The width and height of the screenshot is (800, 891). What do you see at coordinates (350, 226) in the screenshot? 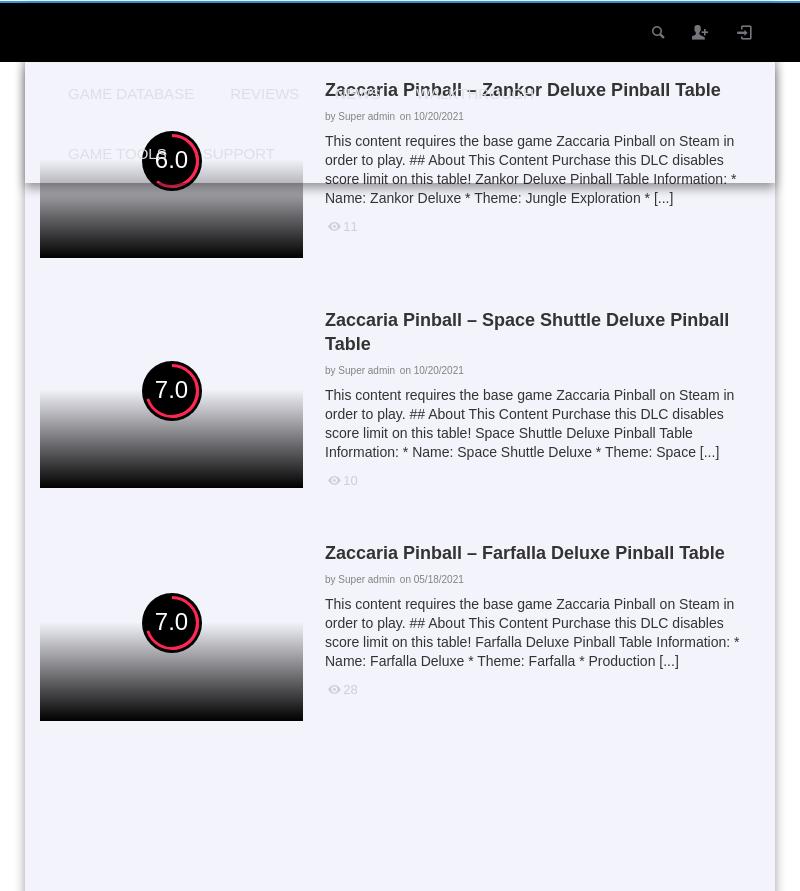
I see `'11'` at bounding box center [350, 226].